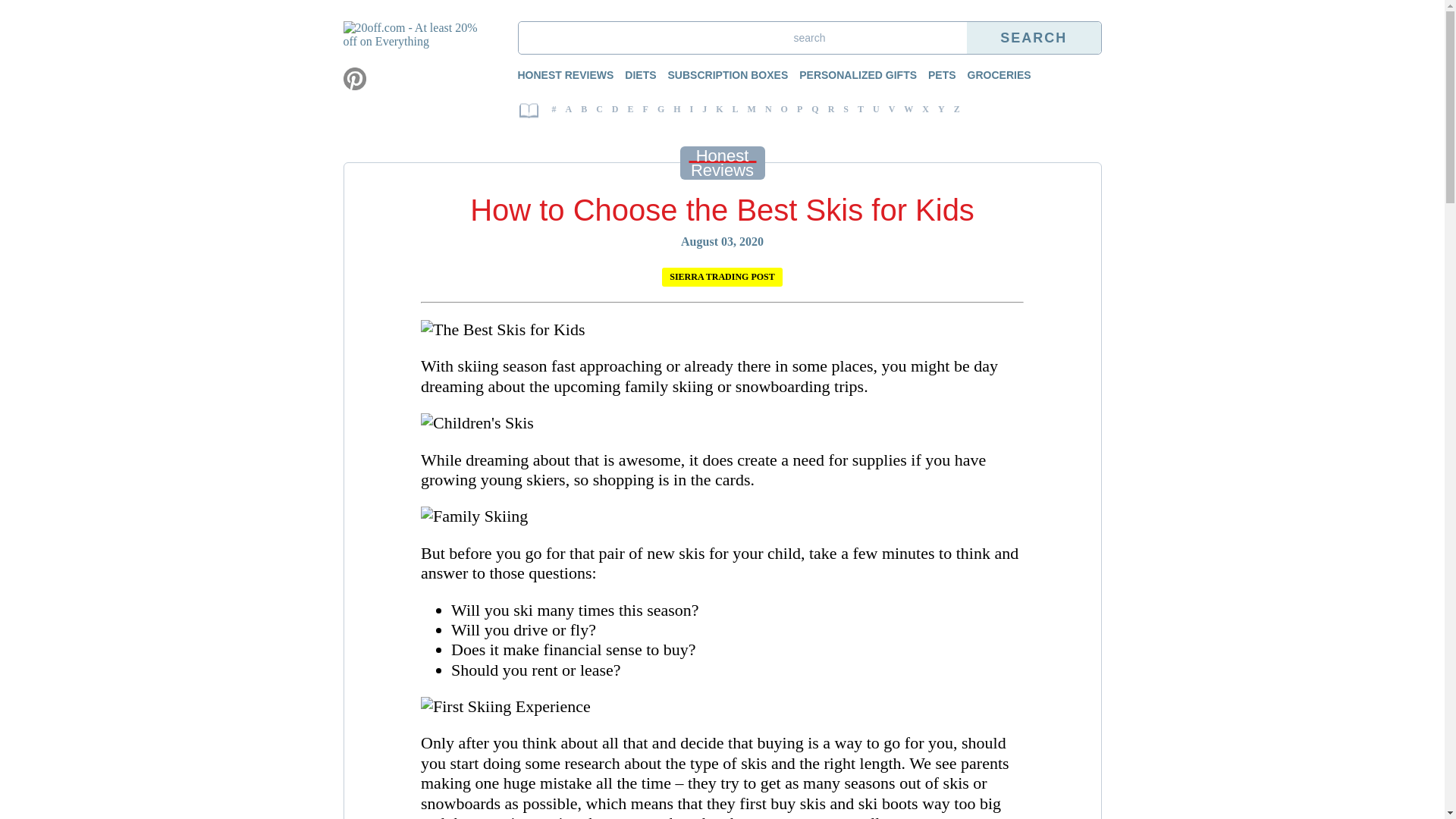 This screenshot has height=819, width=1456. Describe the element at coordinates (845, 108) in the screenshot. I see `'S'` at that location.